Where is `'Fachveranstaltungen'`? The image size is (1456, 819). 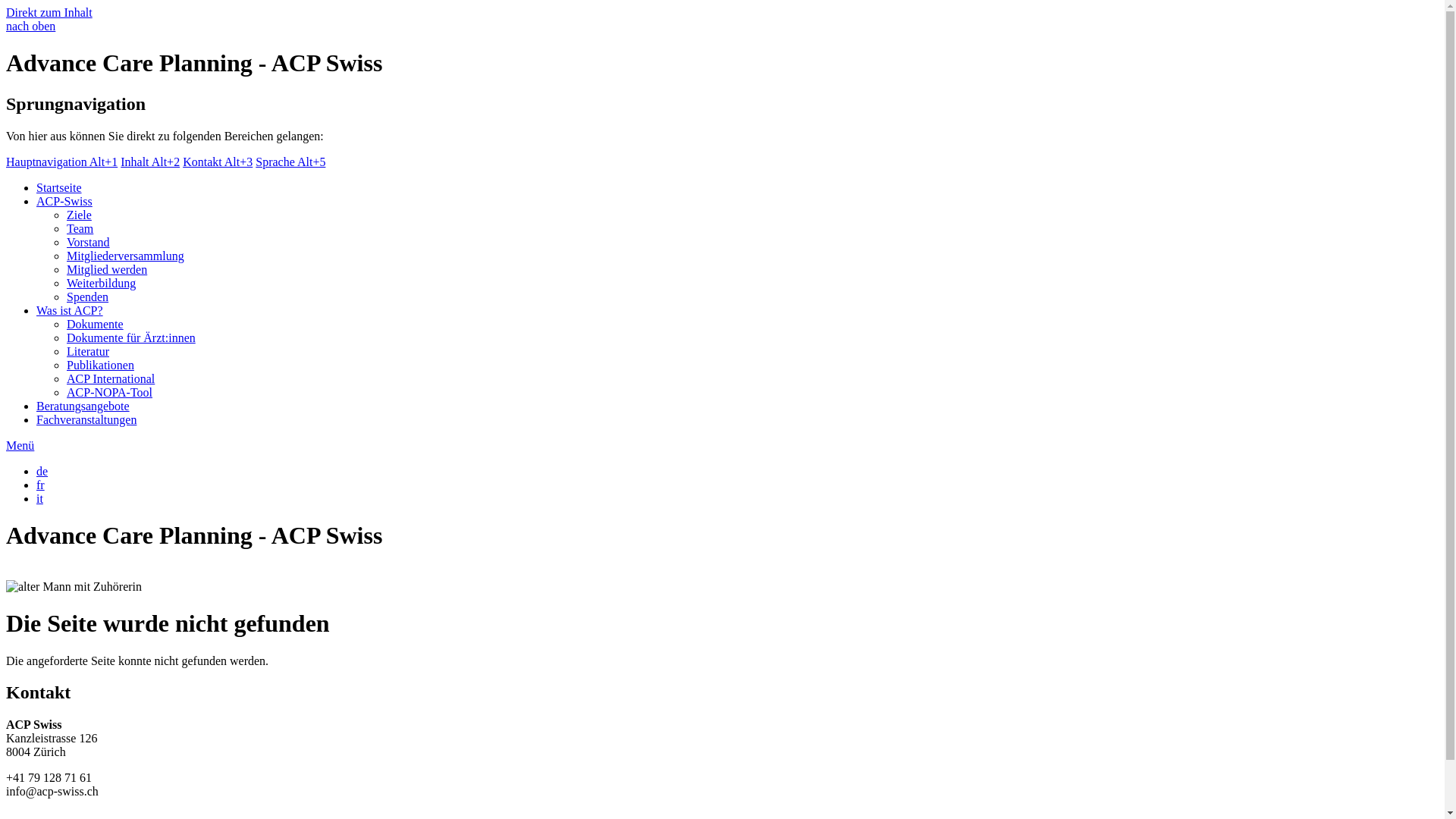 'Fachveranstaltungen' is located at coordinates (86, 419).